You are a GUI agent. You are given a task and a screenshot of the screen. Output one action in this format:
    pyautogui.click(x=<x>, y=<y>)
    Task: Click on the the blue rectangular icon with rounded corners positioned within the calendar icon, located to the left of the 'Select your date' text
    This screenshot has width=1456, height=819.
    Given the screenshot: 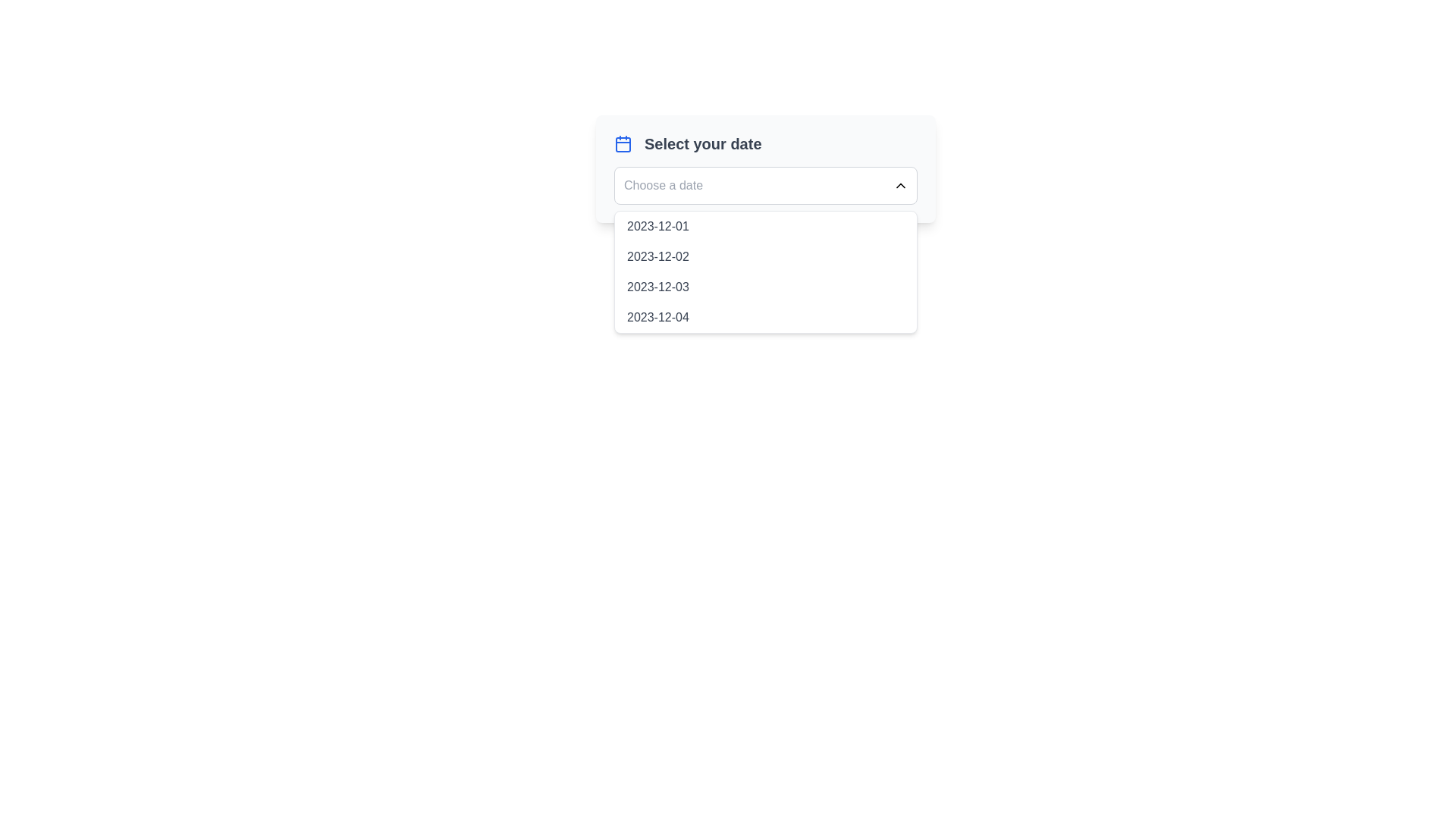 What is the action you would take?
    pyautogui.click(x=623, y=145)
    